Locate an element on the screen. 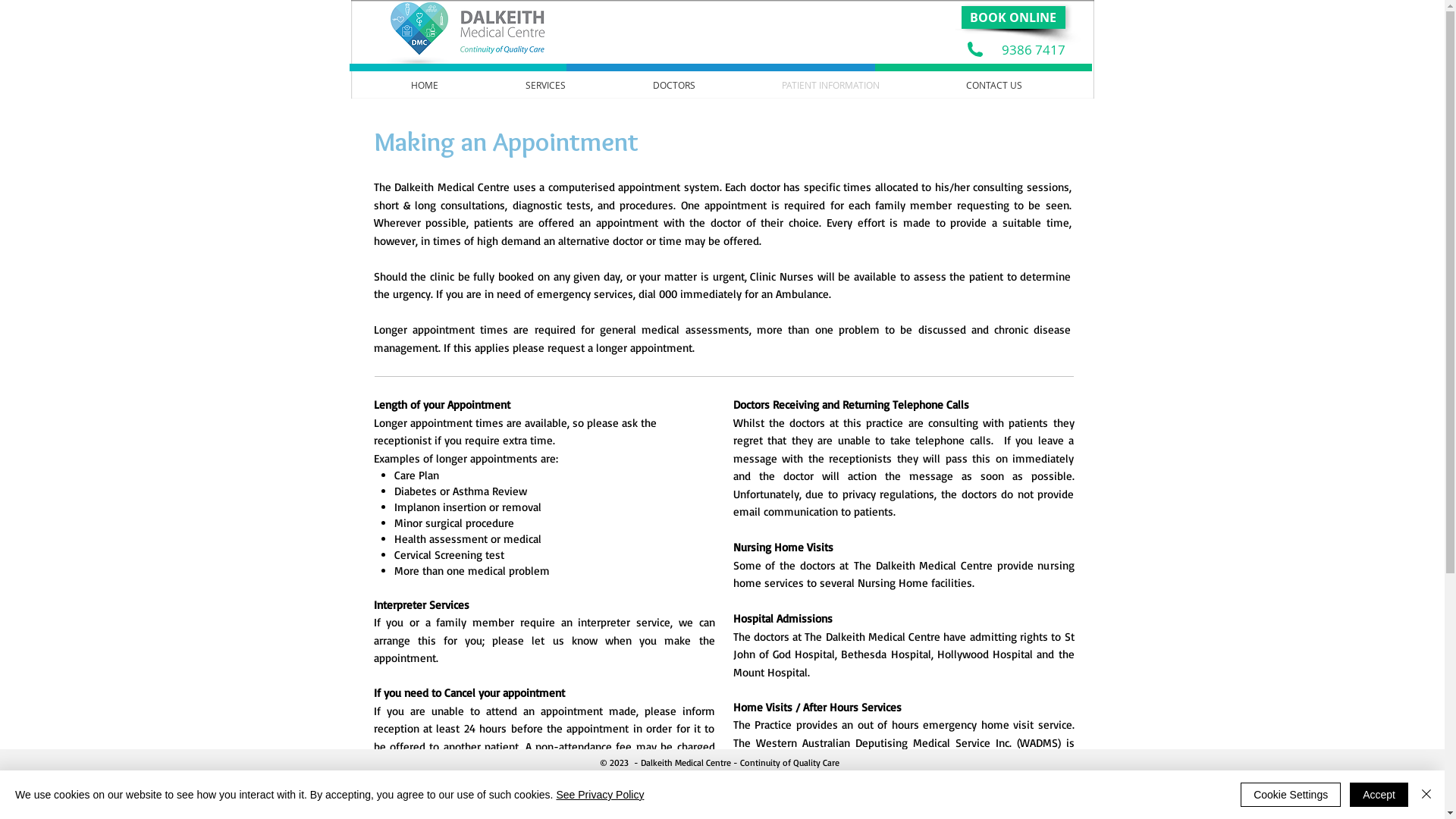 The width and height of the screenshot is (1456, 819). 'See Privacy Policy' is located at coordinates (599, 794).